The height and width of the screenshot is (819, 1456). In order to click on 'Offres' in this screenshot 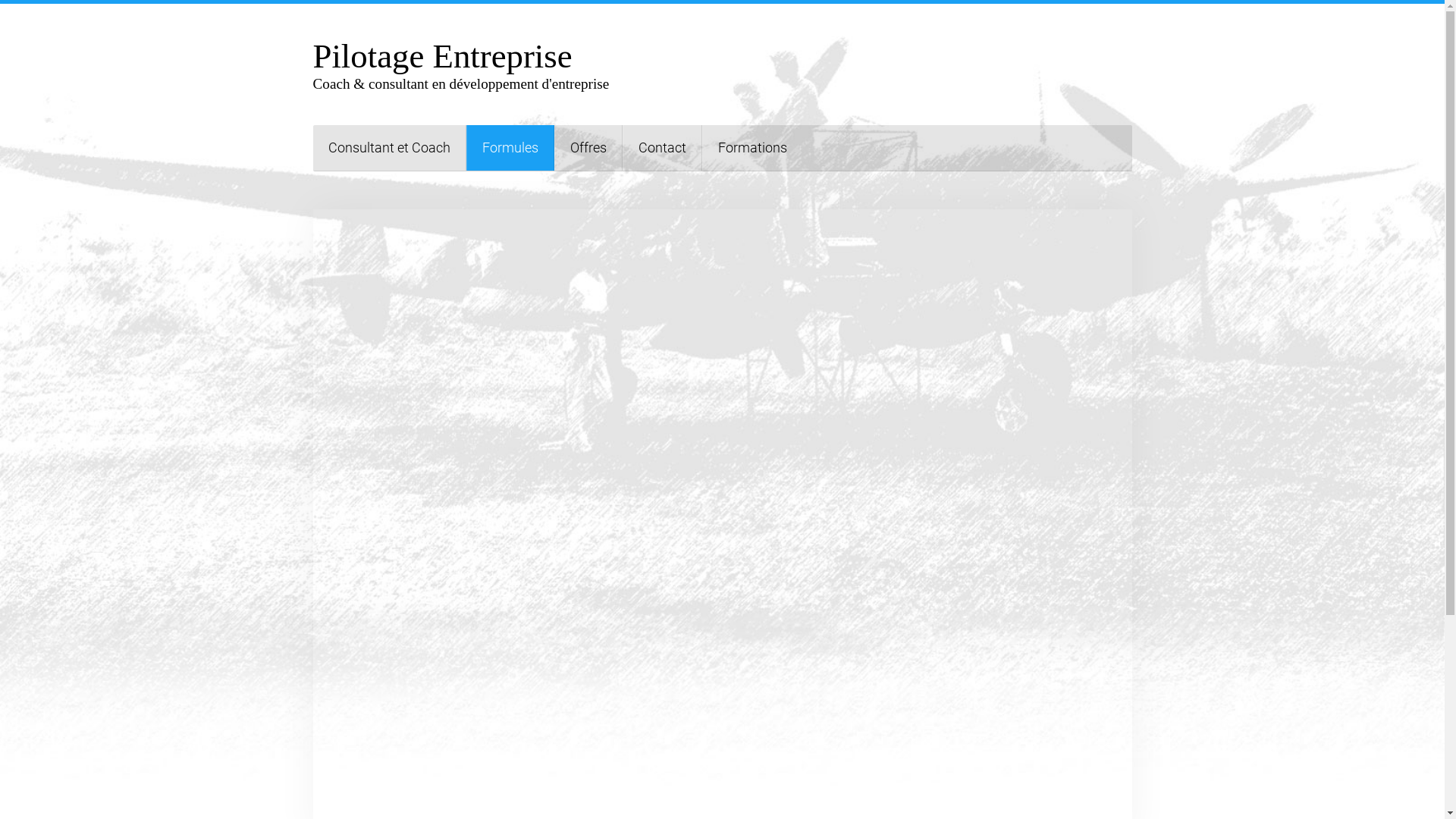, I will do `click(586, 148)`.